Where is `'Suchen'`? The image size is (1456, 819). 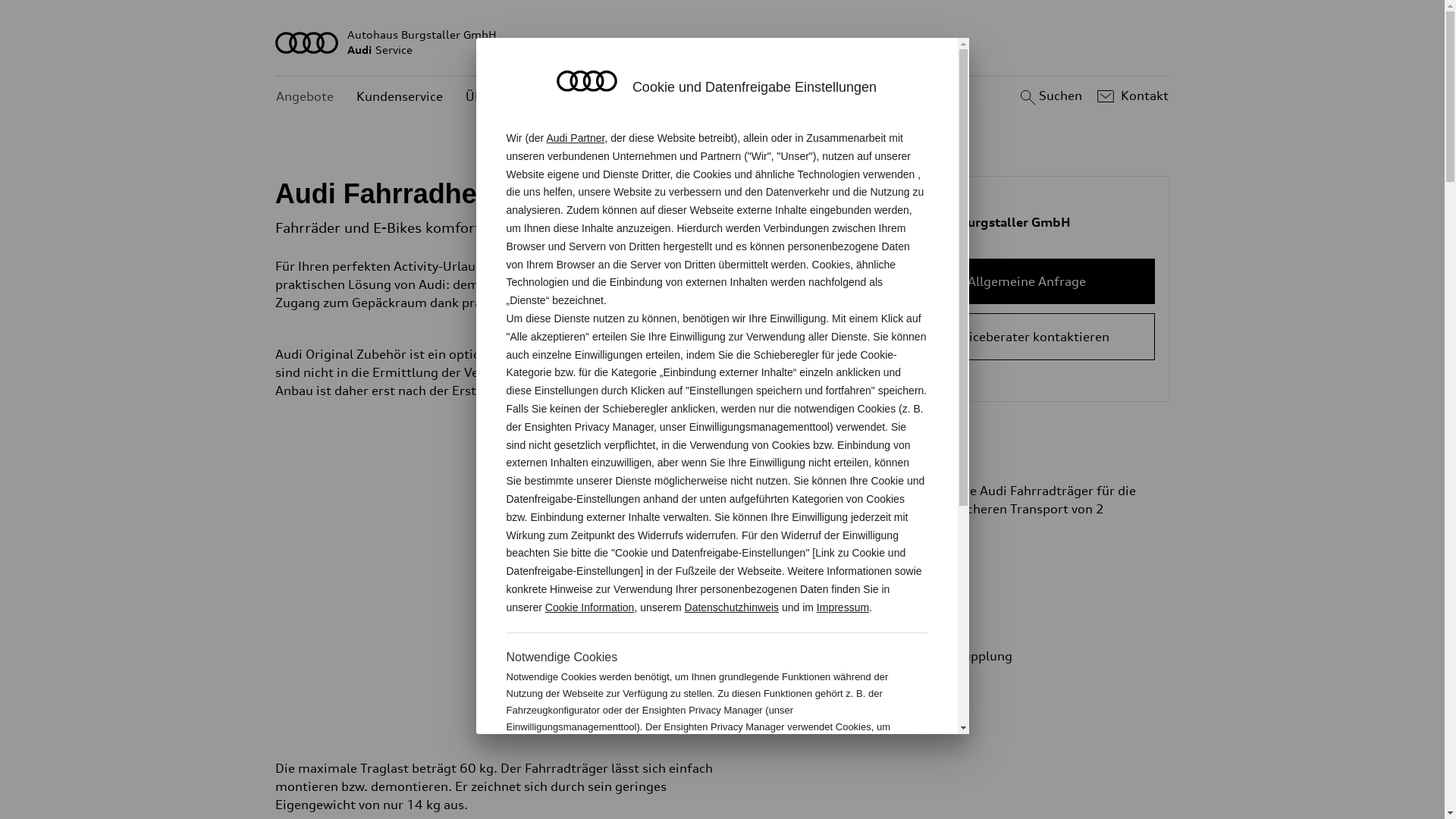 'Suchen' is located at coordinates (1015, 96).